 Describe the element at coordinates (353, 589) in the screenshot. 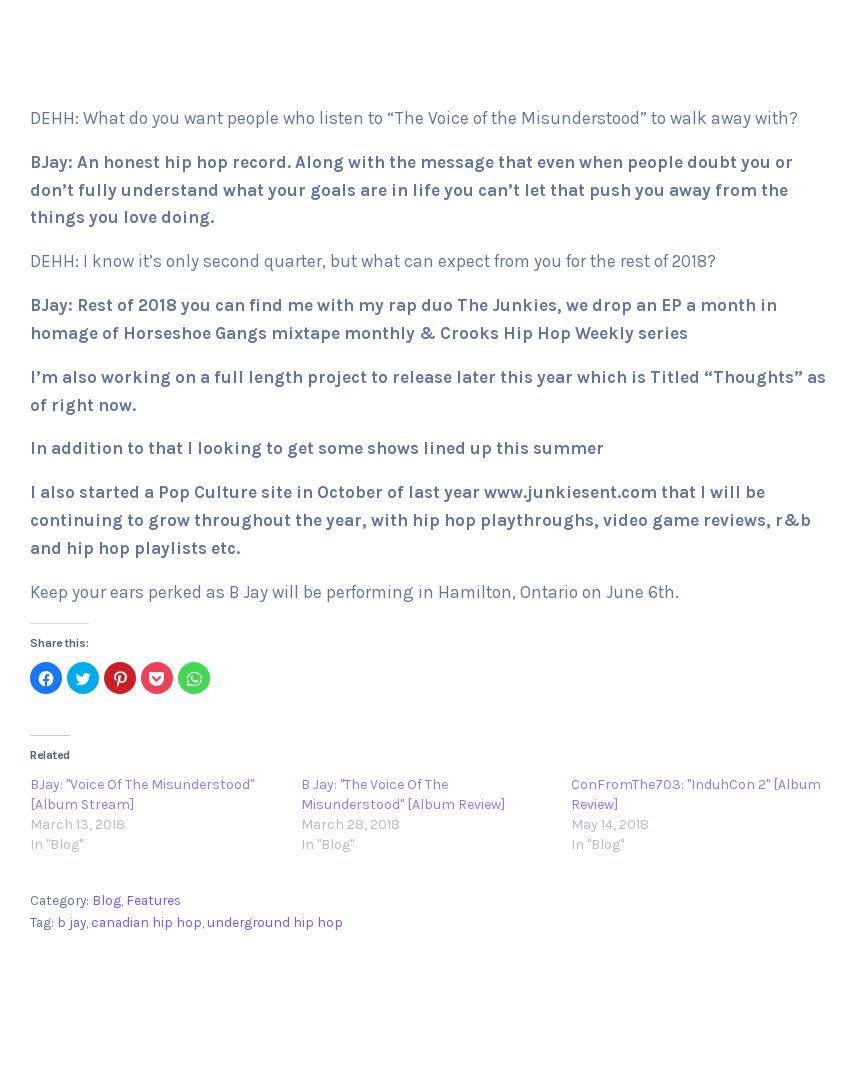

I see `'Keep your ears perked as B Jay will be performing in Hamilton, Ontario on June 6th.'` at that location.